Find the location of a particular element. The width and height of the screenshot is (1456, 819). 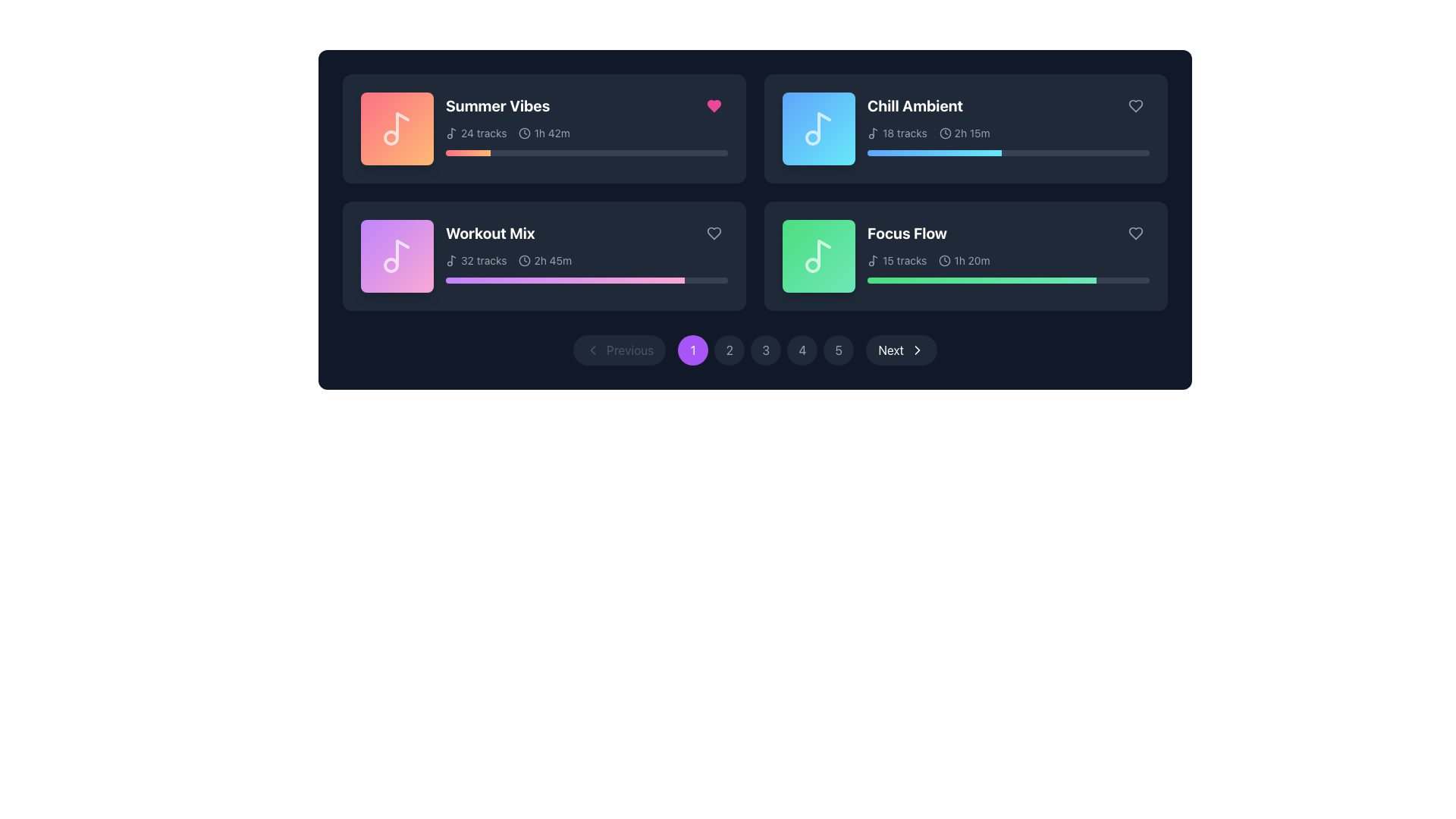

the third pagination button located at the bottom center of the interface is located at coordinates (766, 350).